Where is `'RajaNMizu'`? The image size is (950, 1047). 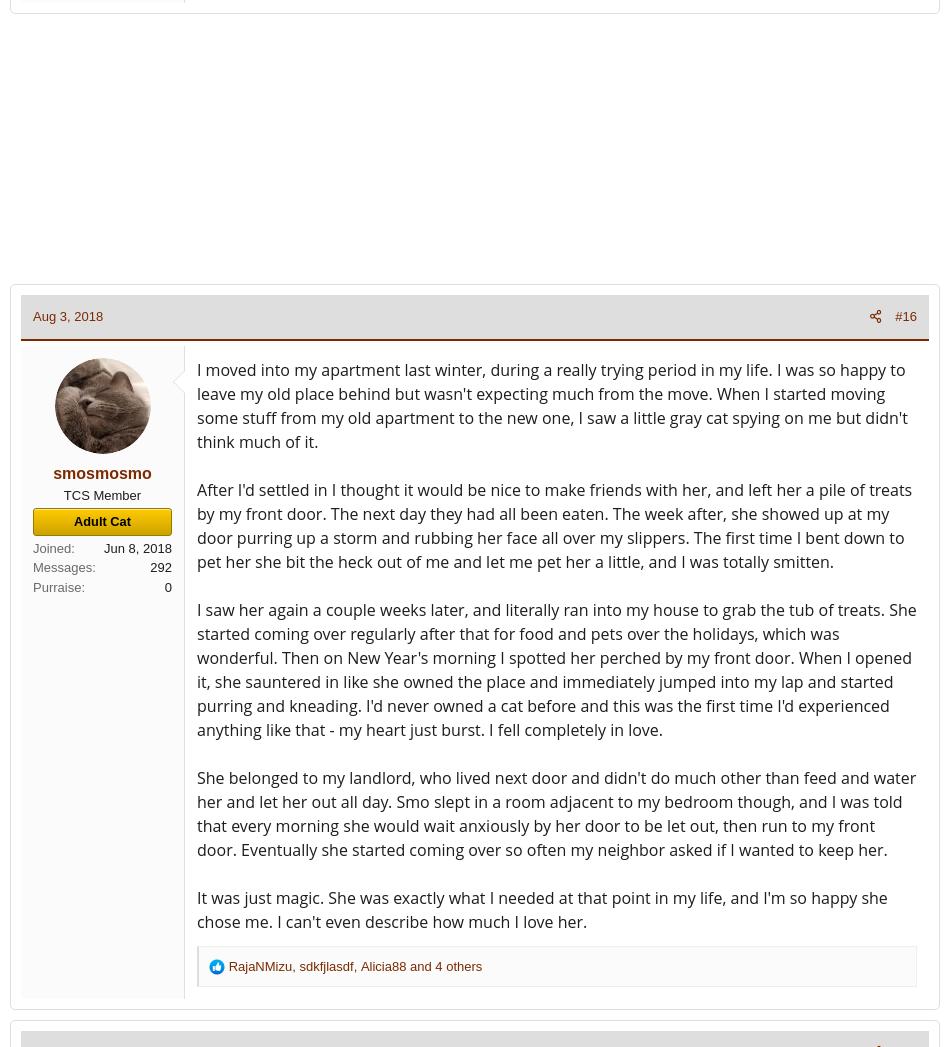 'RajaNMizu' is located at coordinates (259, 964).